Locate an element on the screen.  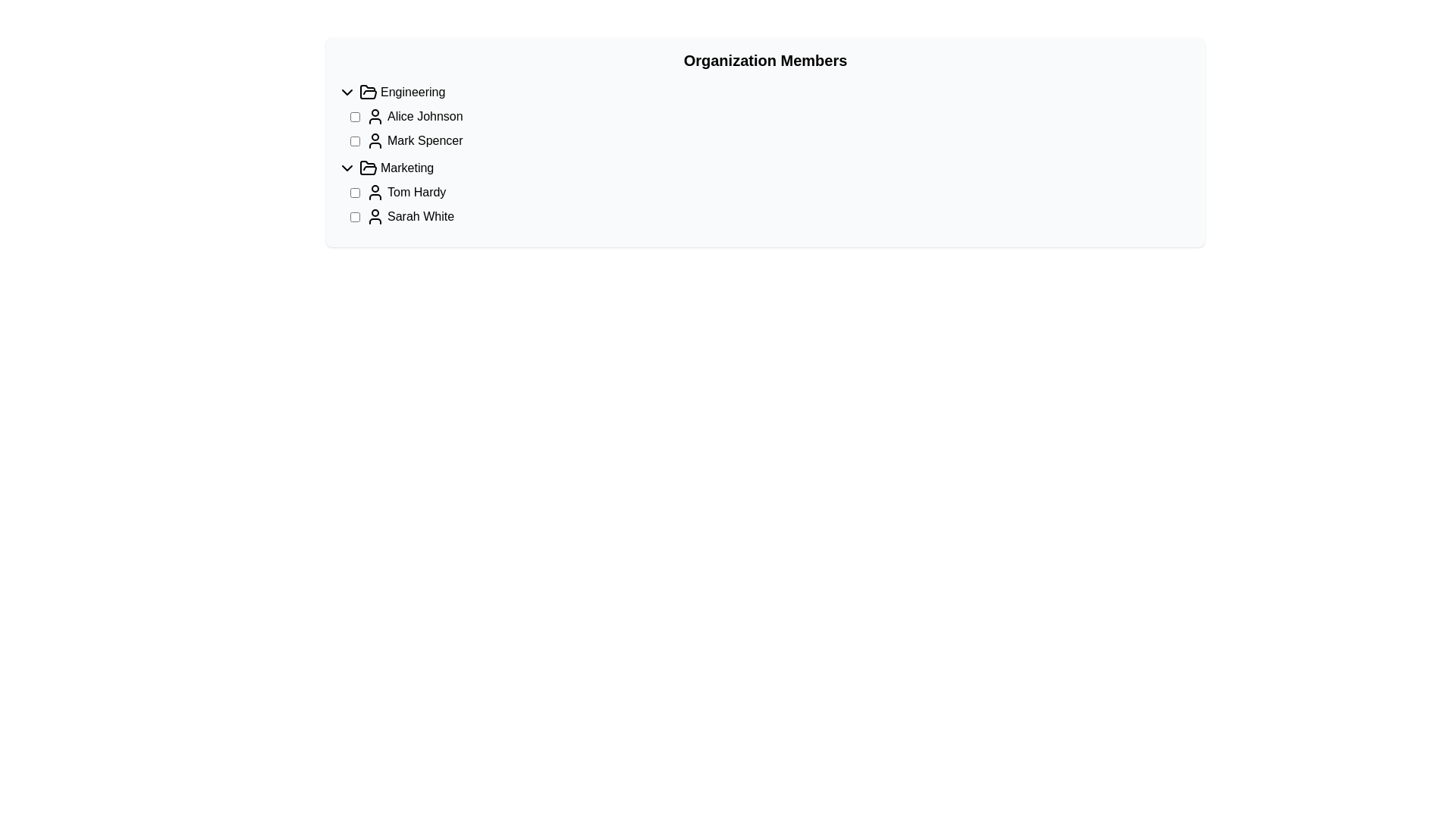
the user icon representing 'Mark Spencer', which is positioned between the checkbox and the user's name is located at coordinates (375, 140).